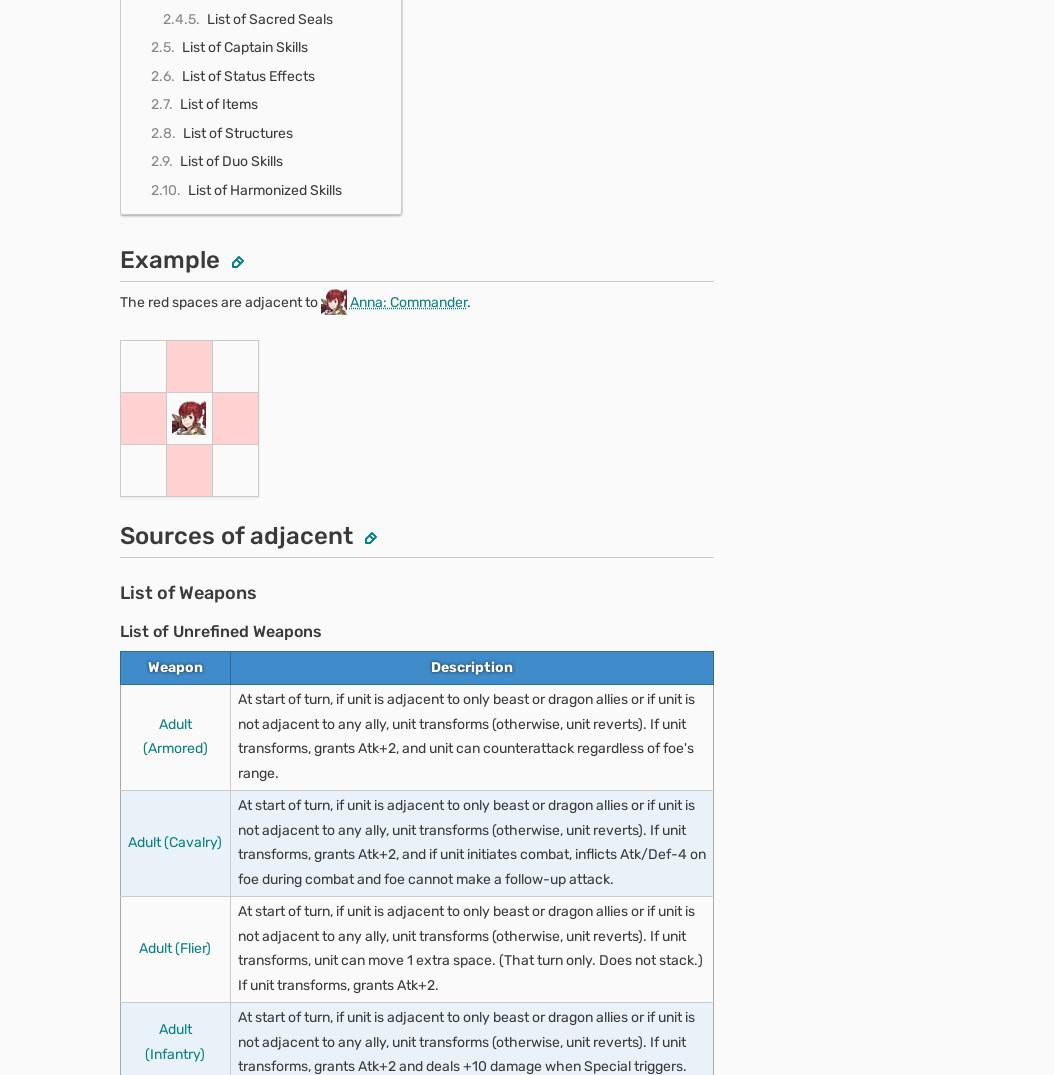 This screenshot has width=1054, height=1075. Describe the element at coordinates (208, 909) in the screenshot. I see `'Odd Def Wave 2'` at that location.